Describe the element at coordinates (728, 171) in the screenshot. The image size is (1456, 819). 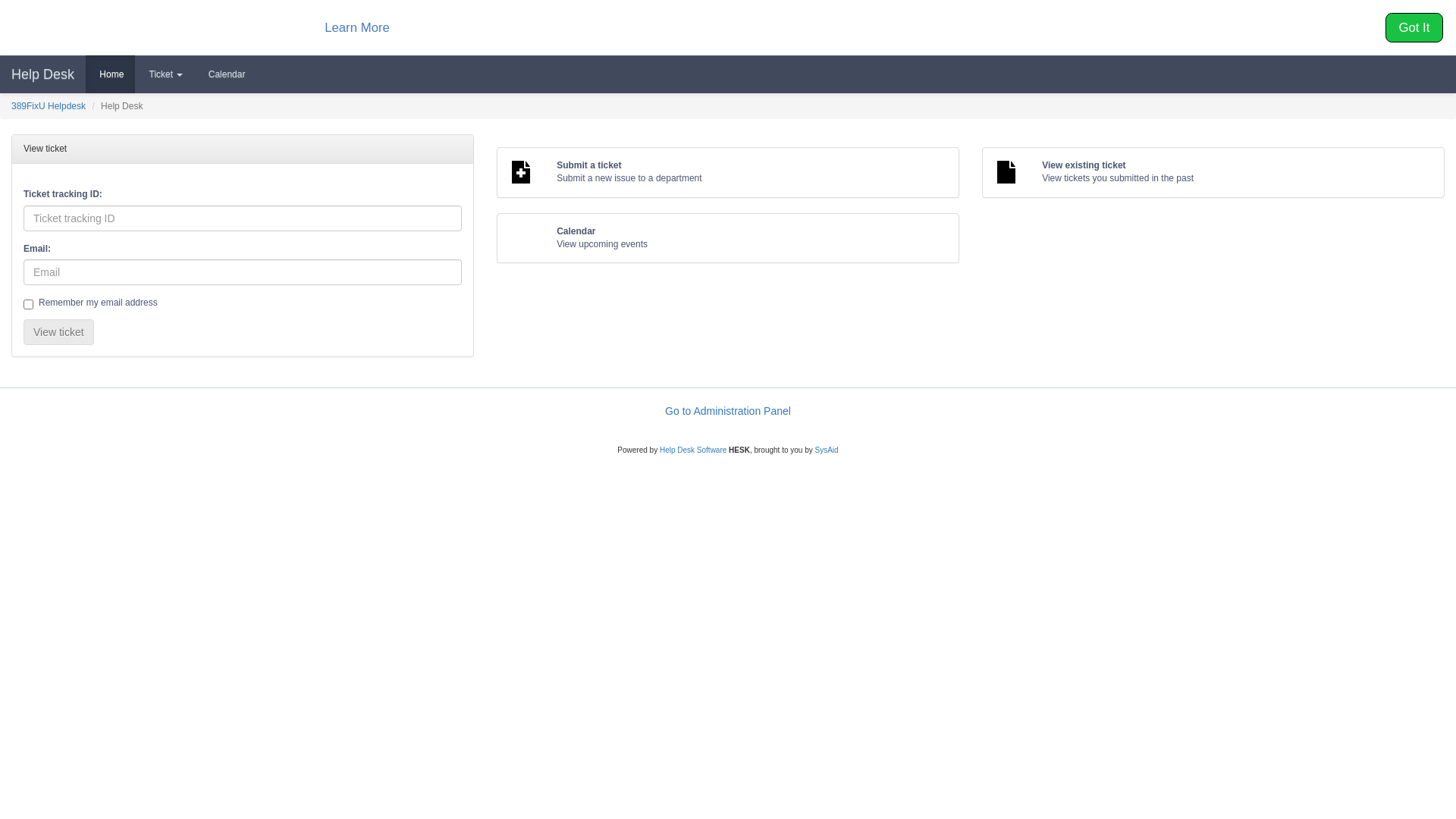
I see `'Submit a ticket` at that location.